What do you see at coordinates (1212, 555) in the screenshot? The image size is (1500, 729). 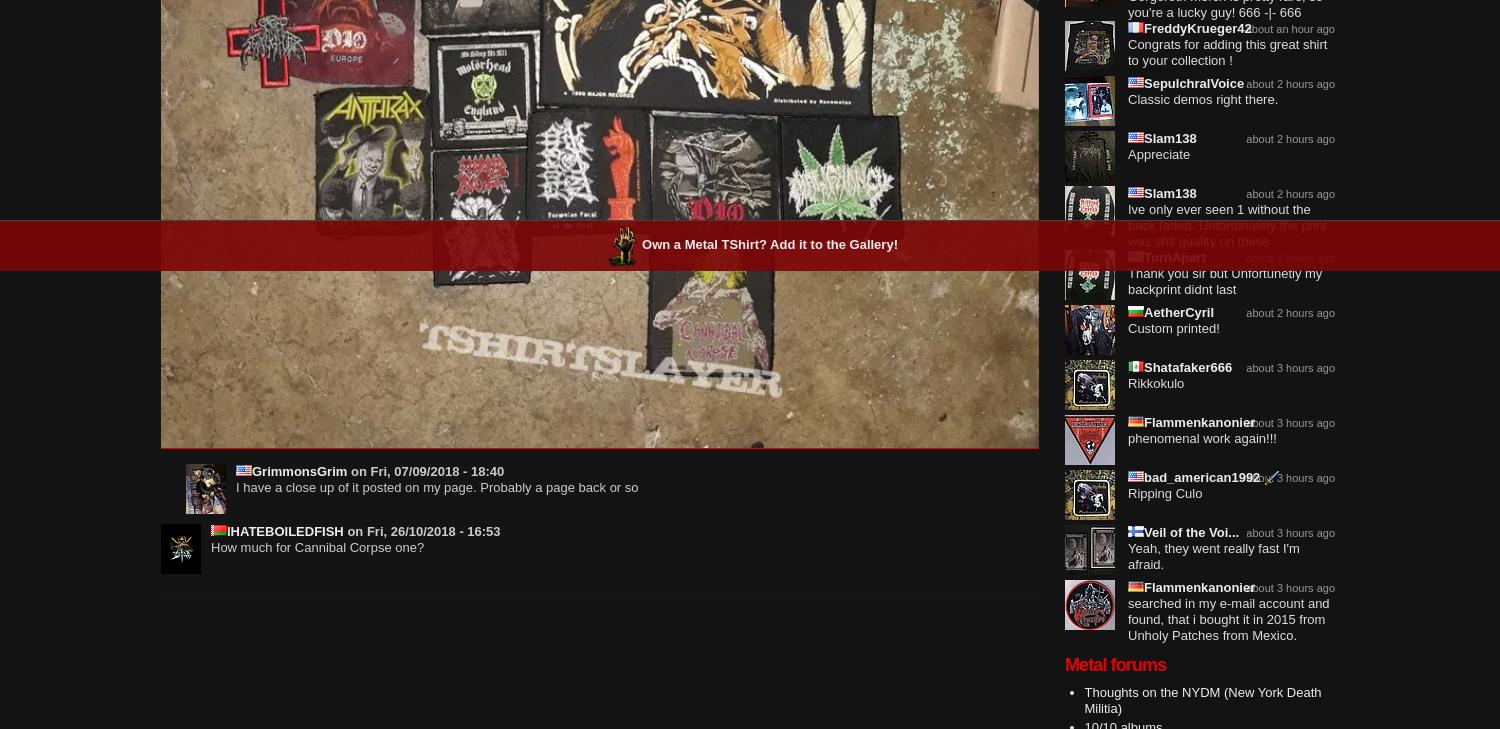 I see `'Yeah, they went really fast I'm afraid.'` at bounding box center [1212, 555].